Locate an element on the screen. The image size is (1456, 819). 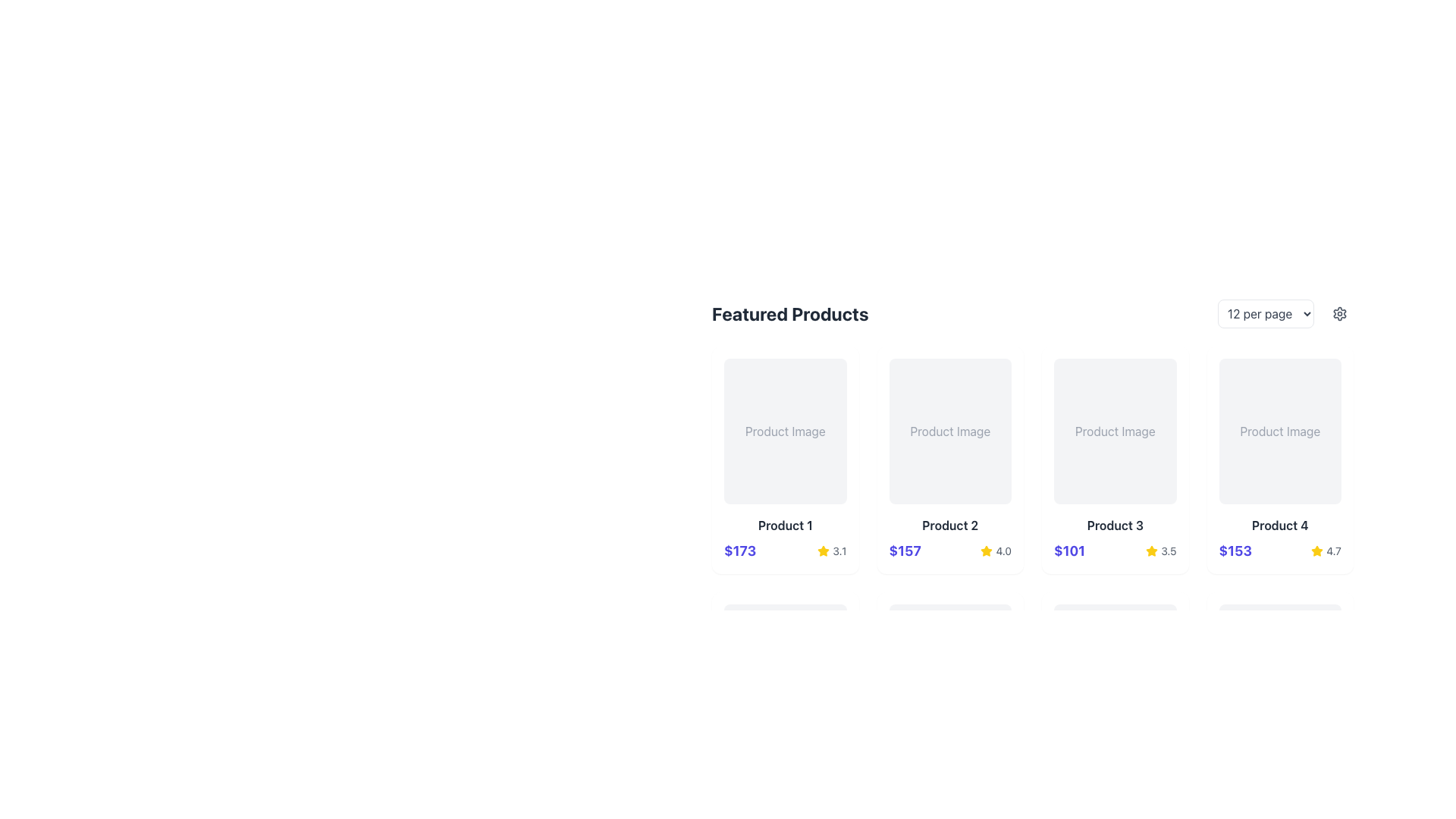
the dropdown menu labeled '12 per page' located in the top-right corner of the 'Featured Products' section is located at coordinates (1285, 312).